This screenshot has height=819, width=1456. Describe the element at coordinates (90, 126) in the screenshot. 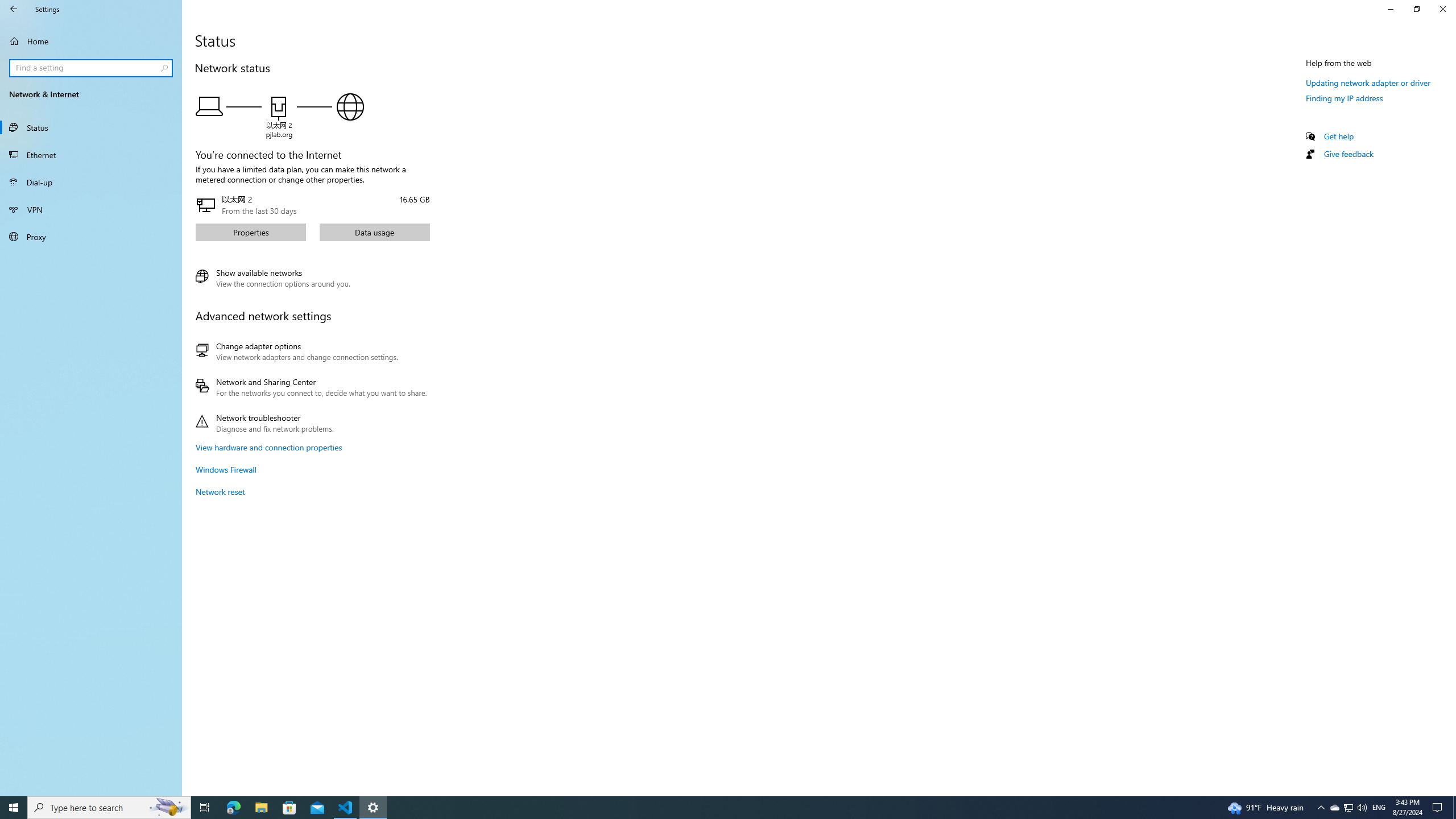

I see `'Status'` at that location.